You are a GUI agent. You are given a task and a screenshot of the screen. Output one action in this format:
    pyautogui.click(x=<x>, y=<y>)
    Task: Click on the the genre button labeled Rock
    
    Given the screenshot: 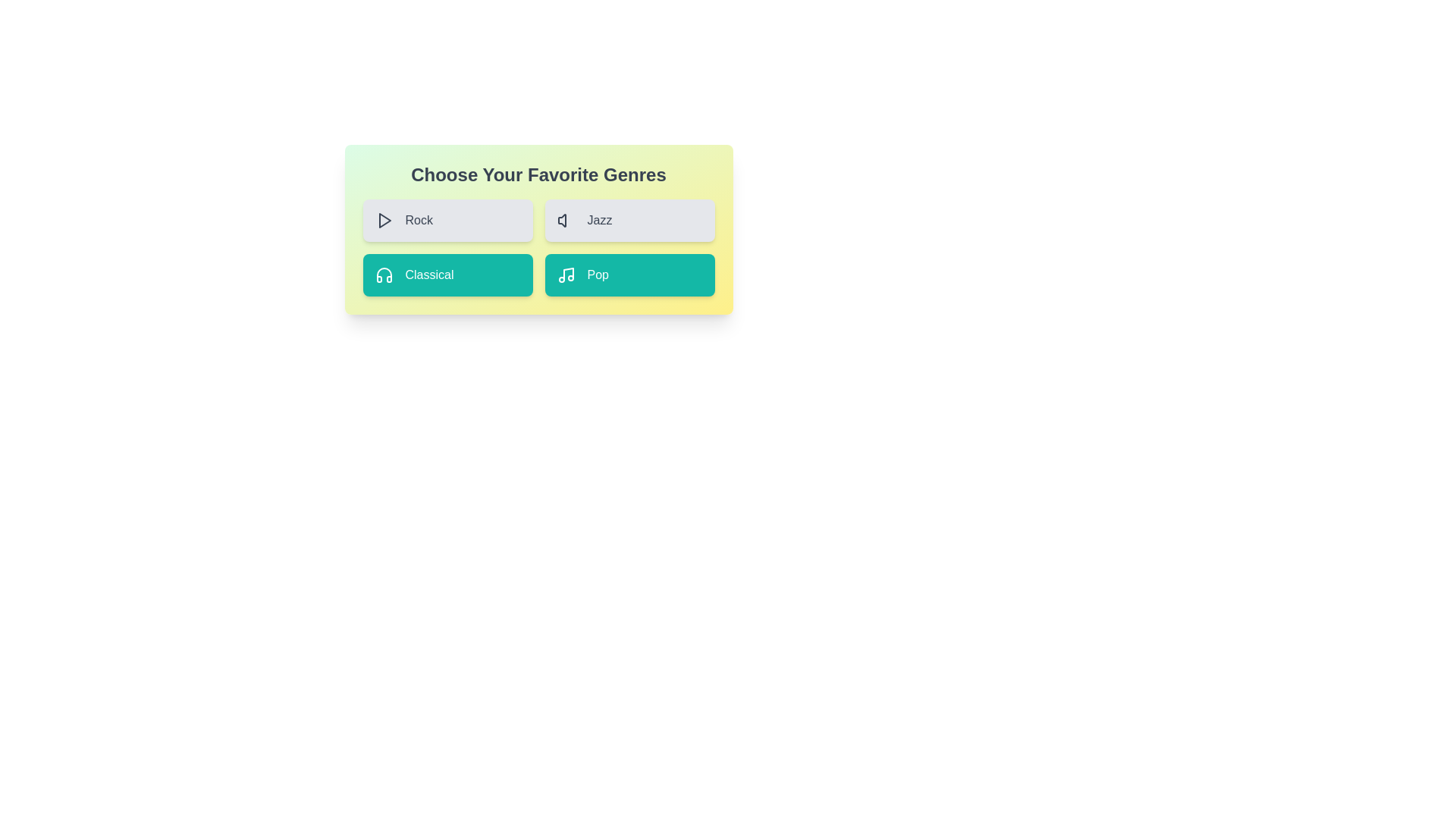 What is the action you would take?
    pyautogui.click(x=447, y=220)
    